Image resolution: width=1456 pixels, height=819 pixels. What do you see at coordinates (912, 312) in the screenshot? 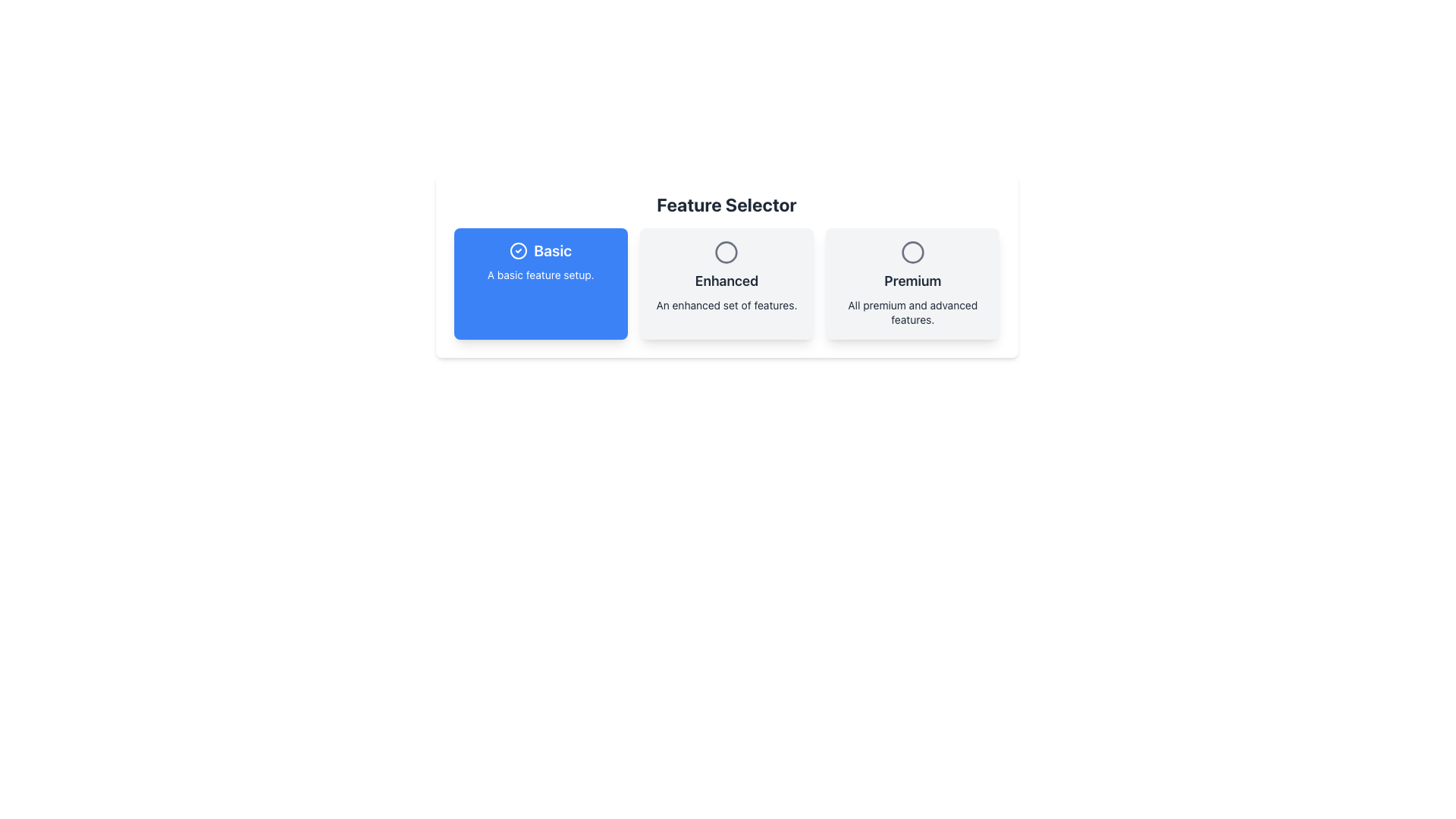
I see `text from the descriptive label located below the 'Premium' heading in the third card, which provides details about the features included in the 'Premium' plan` at bounding box center [912, 312].